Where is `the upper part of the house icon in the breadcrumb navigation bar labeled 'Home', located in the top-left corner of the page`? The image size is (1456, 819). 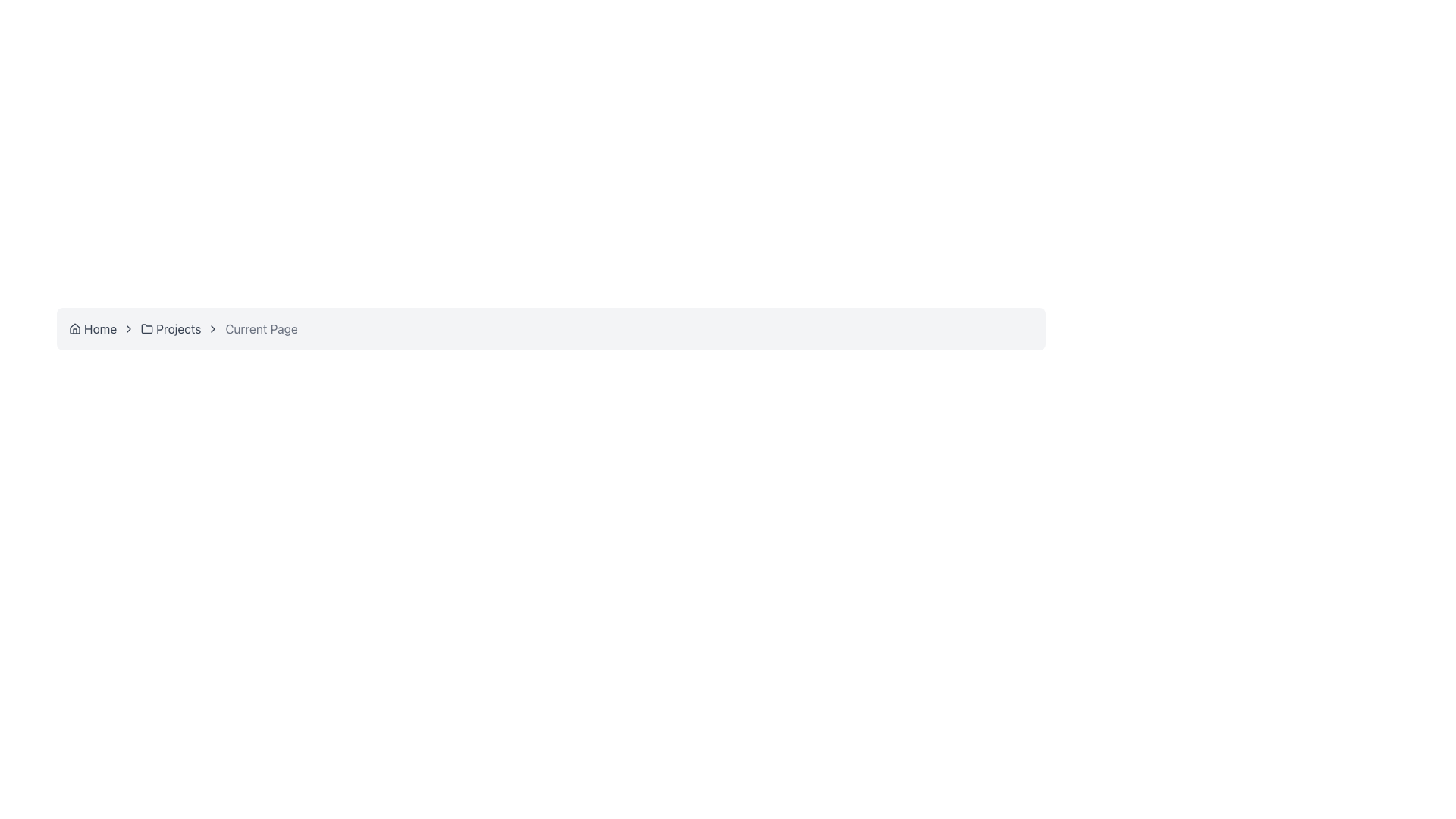
the upper part of the house icon in the breadcrumb navigation bar labeled 'Home', located in the top-left corner of the page is located at coordinates (74, 327).